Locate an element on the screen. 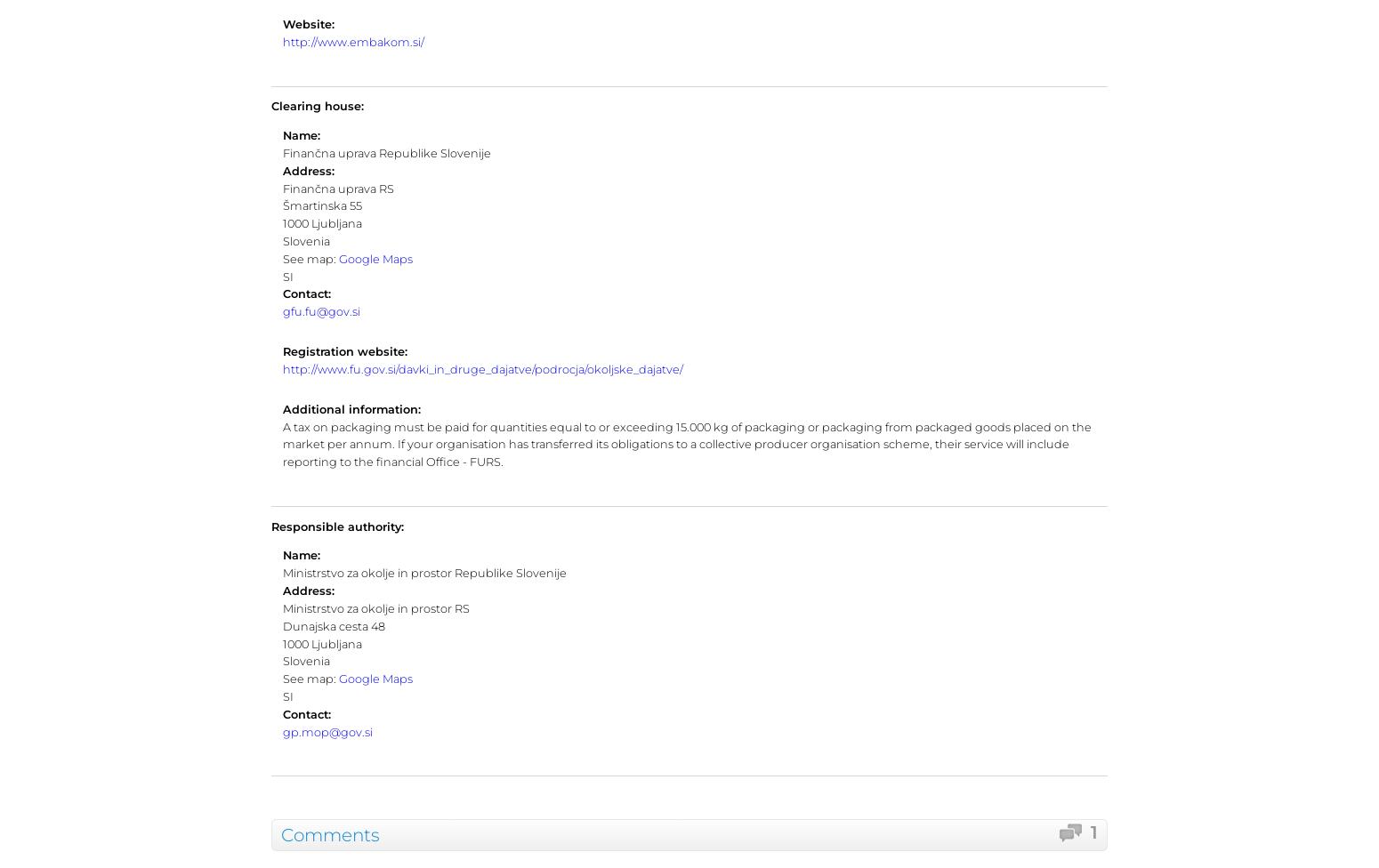 This screenshot has width=1379, height=868. 'A tax on packaging must be paid for quantities equal to or exceeding 15.000 kg of packaging or packaging from packaged goods placed on the market per annum. If your organisation has transferred its obligations to a collective producer organisation scheme, their service will include reporting to the financial Office - FURS.' is located at coordinates (280, 444).